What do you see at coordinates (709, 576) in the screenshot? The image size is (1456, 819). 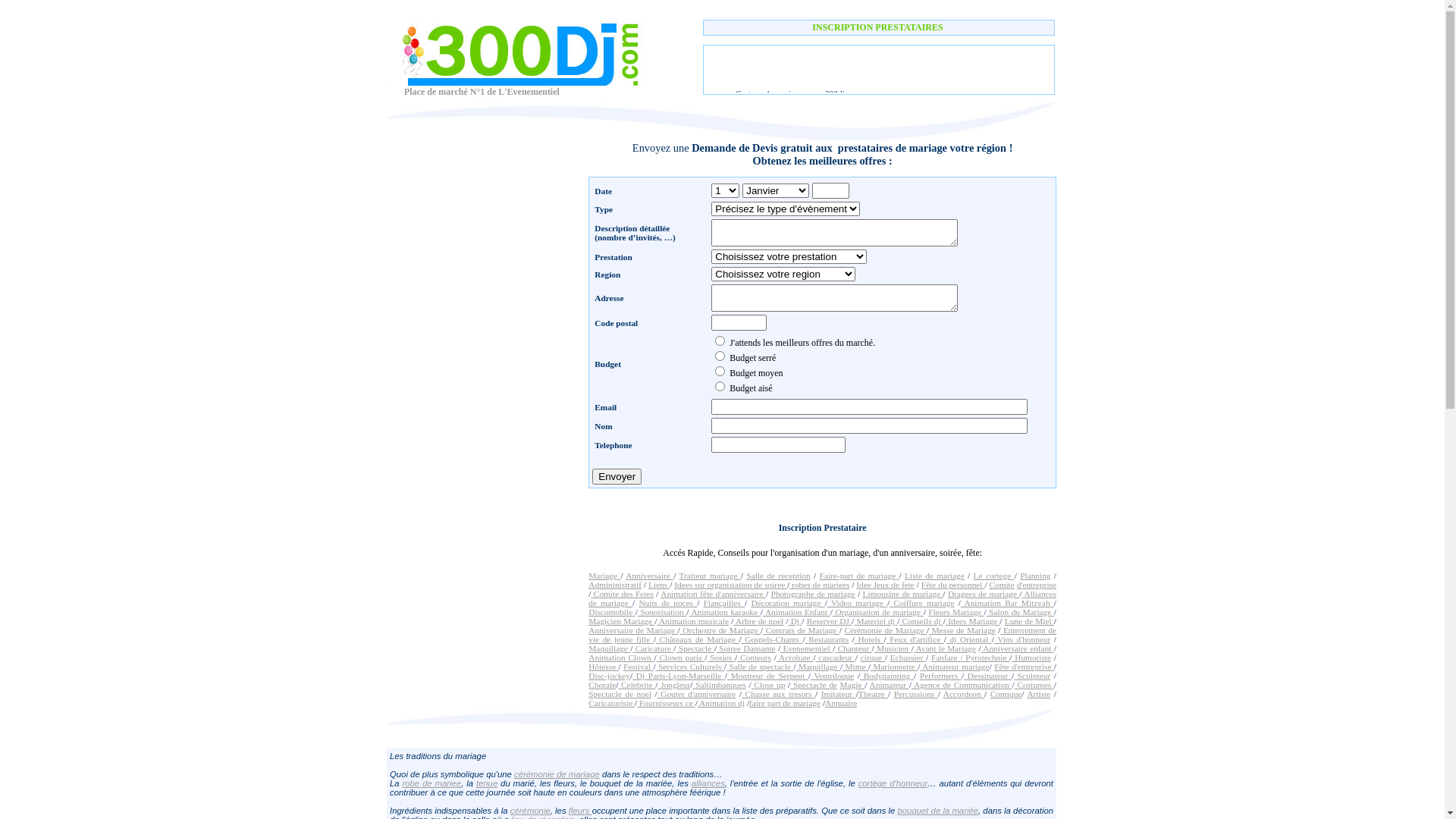 I see `'Traiteur mariage'` at bounding box center [709, 576].